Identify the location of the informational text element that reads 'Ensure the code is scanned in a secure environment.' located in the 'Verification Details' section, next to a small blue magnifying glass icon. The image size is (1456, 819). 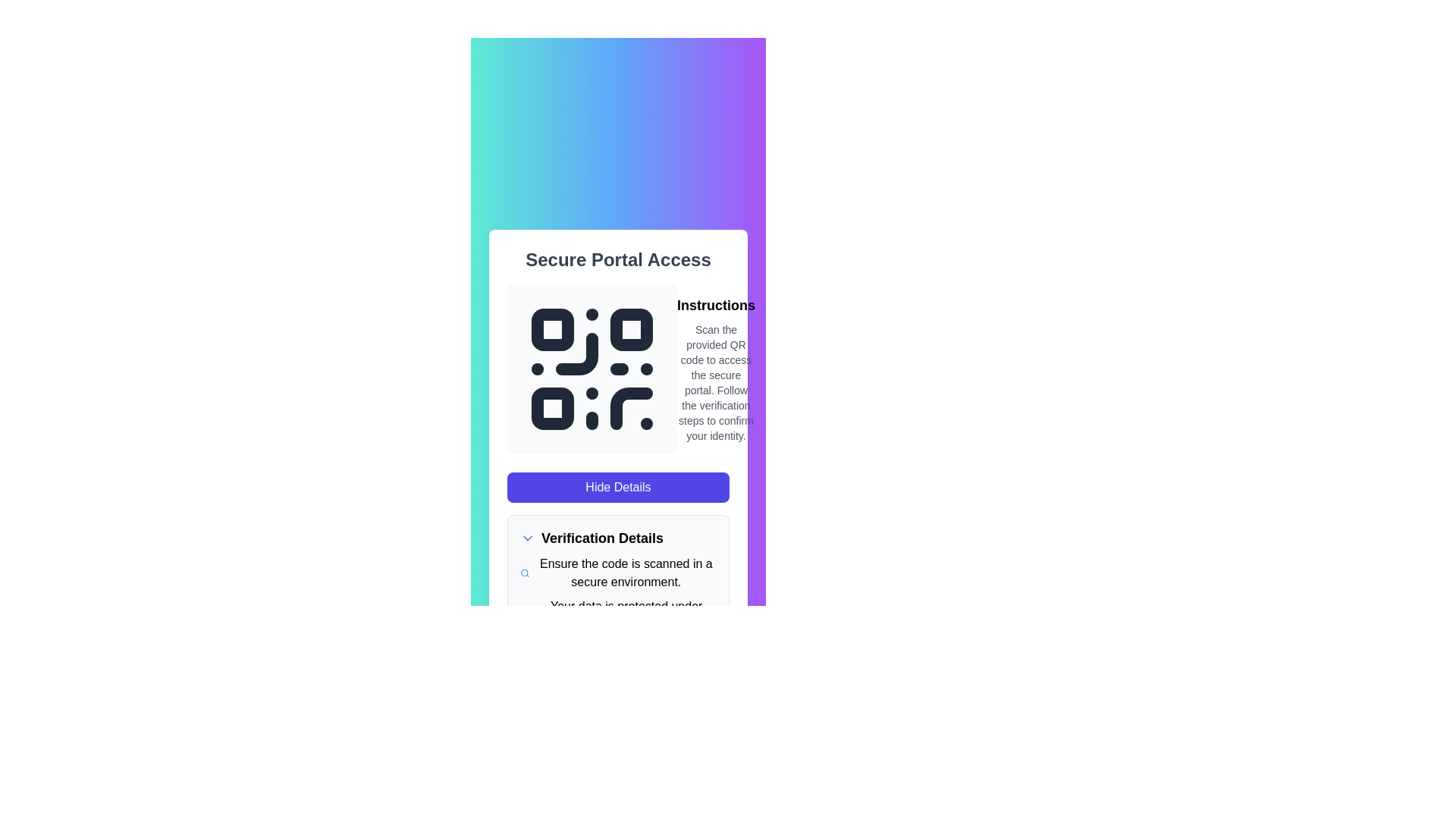
(618, 573).